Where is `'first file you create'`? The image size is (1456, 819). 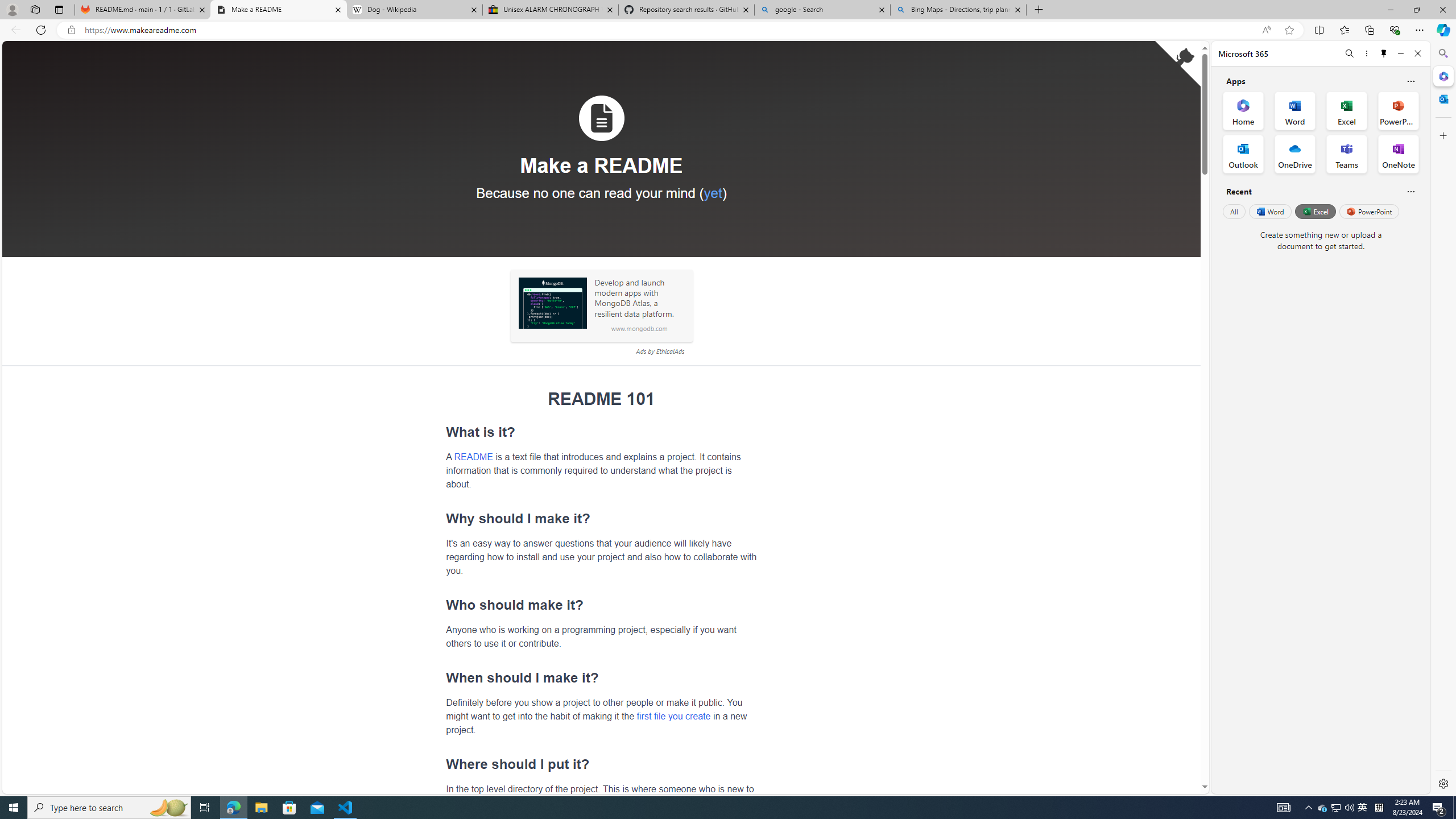
'first file you create' is located at coordinates (673, 716).